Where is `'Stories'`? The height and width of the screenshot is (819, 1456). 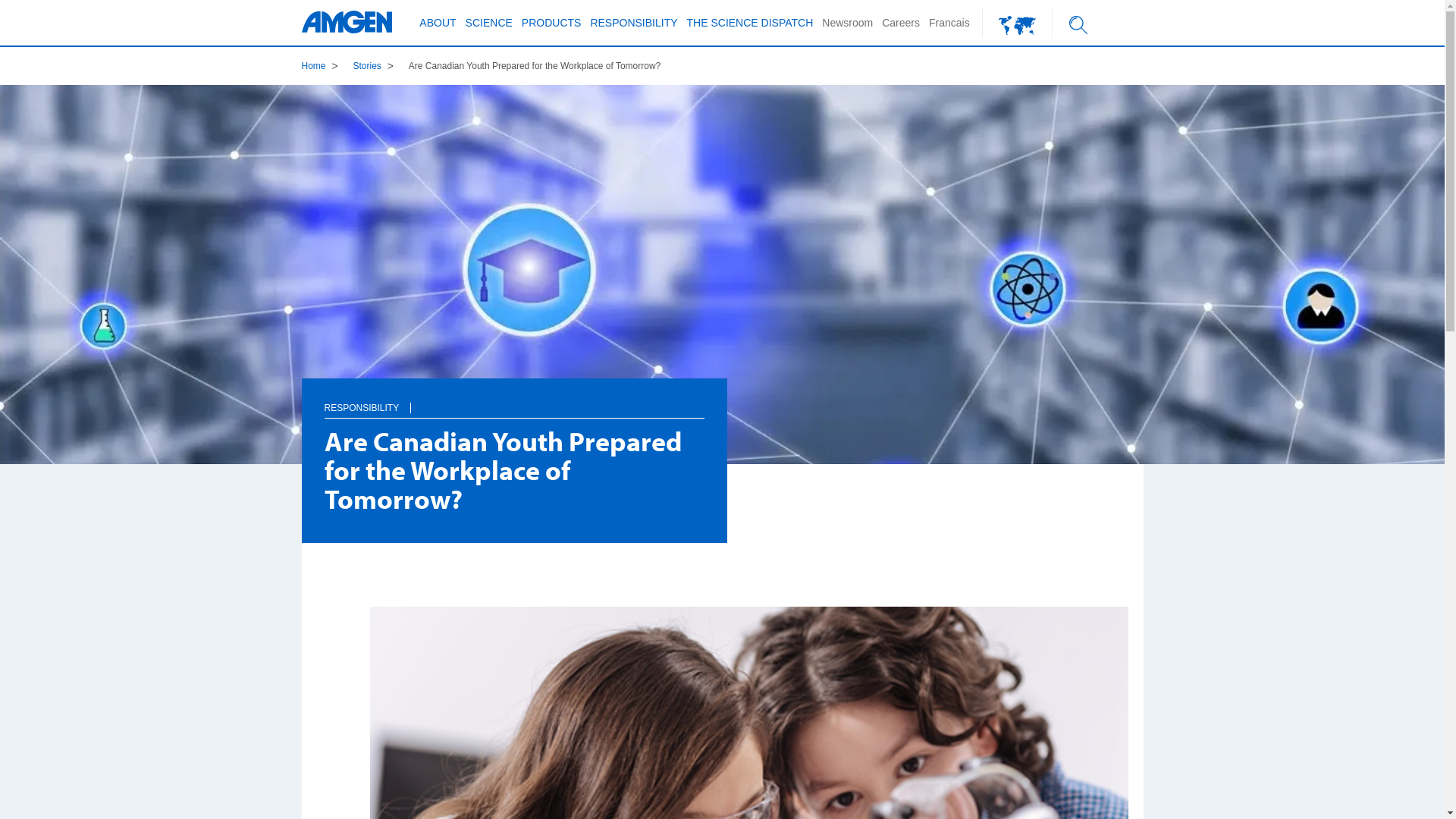 'Stories' is located at coordinates (352, 65).